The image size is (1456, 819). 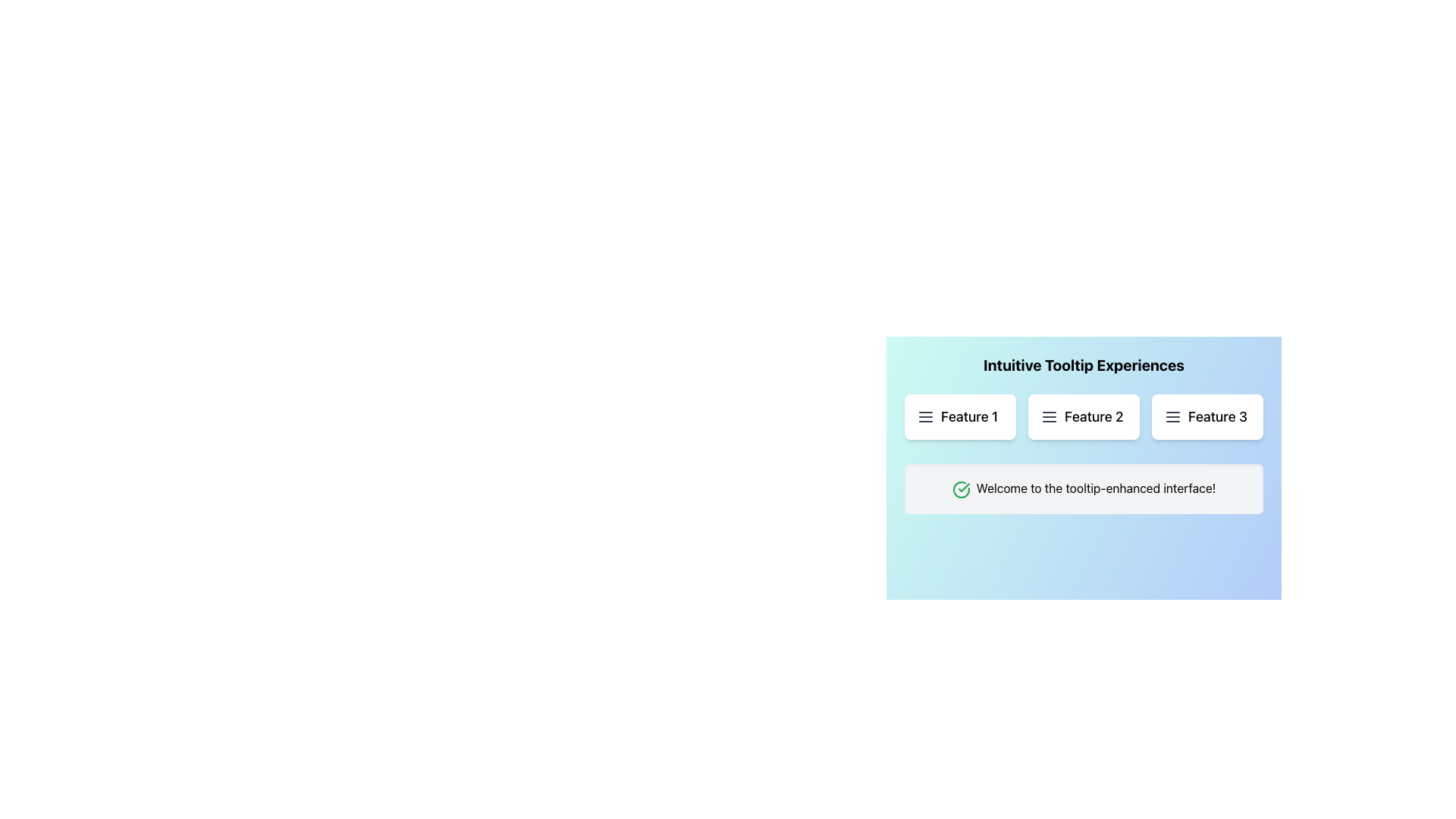 What do you see at coordinates (1083, 417) in the screenshot?
I see `the 'Feature 2' button-like card, which is the second card in a group of three horizontally arranged cards, to visualize its hover effects` at bounding box center [1083, 417].